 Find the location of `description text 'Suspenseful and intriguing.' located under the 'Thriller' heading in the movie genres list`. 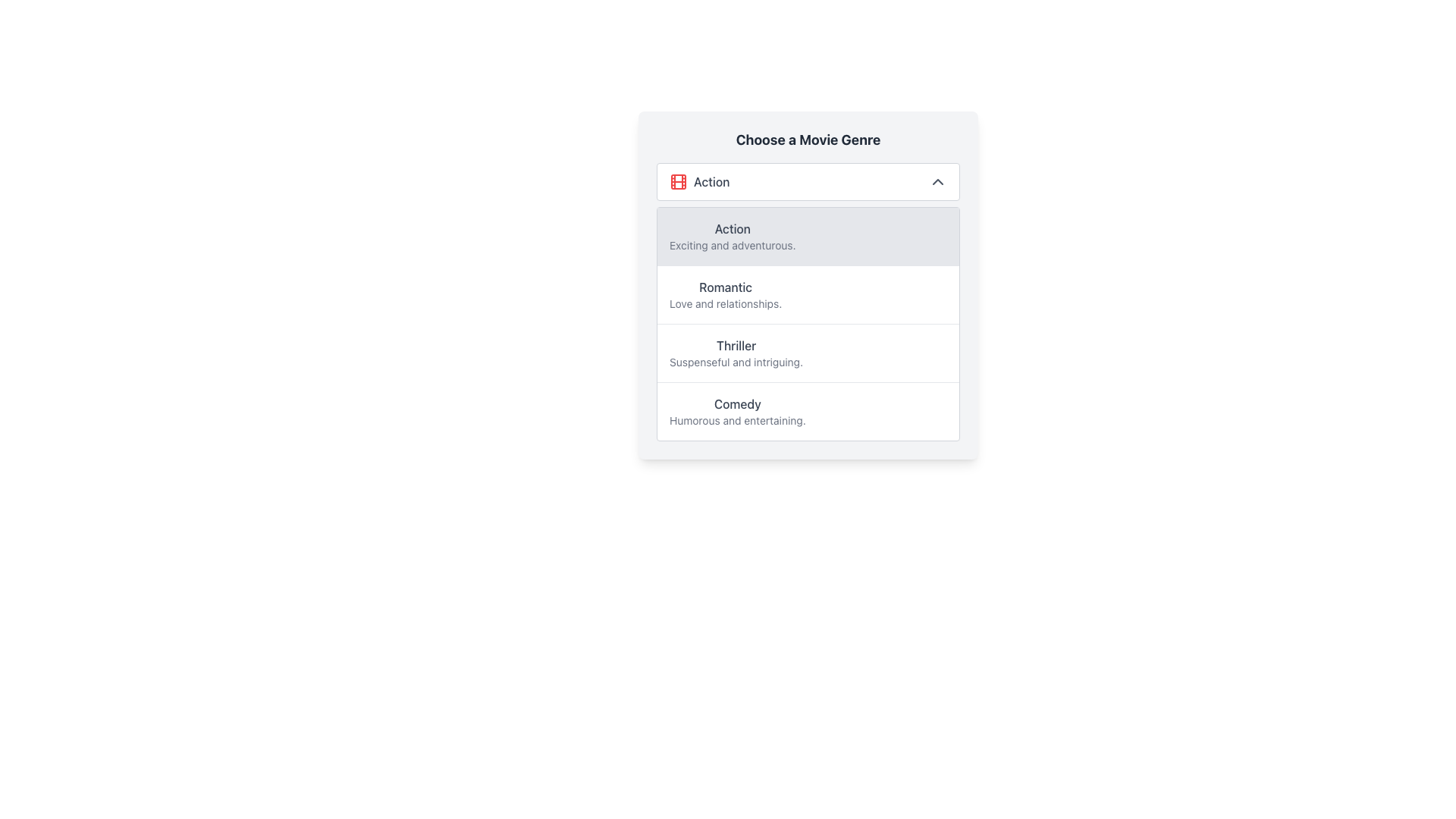

description text 'Suspenseful and intriguing.' located under the 'Thriller' heading in the movie genres list is located at coordinates (736, 362).